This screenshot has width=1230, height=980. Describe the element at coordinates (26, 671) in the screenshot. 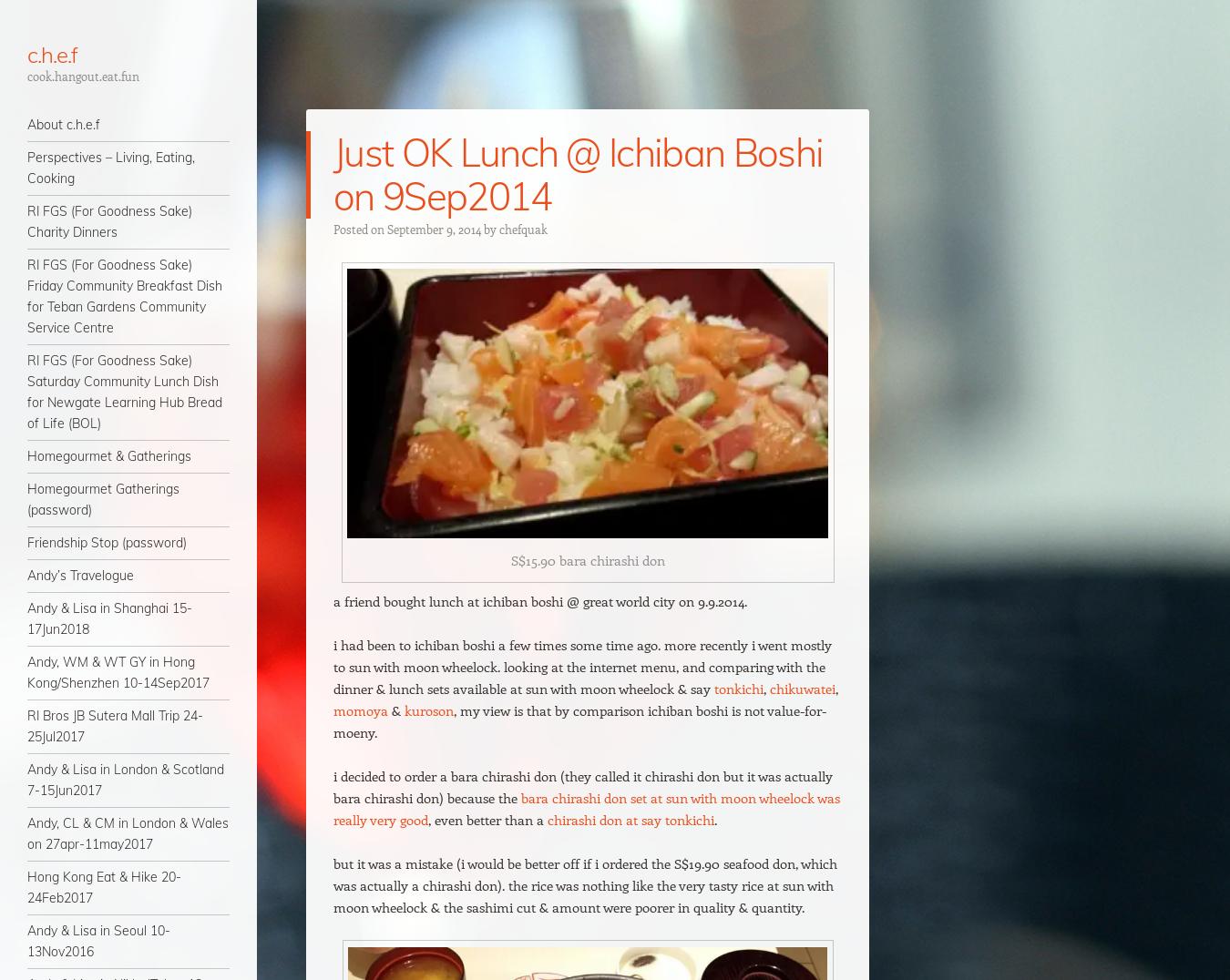

I see `'Andy, WM & WT GY in Hong Kong/Shenzhen 10-14Sep2017'` at that location.